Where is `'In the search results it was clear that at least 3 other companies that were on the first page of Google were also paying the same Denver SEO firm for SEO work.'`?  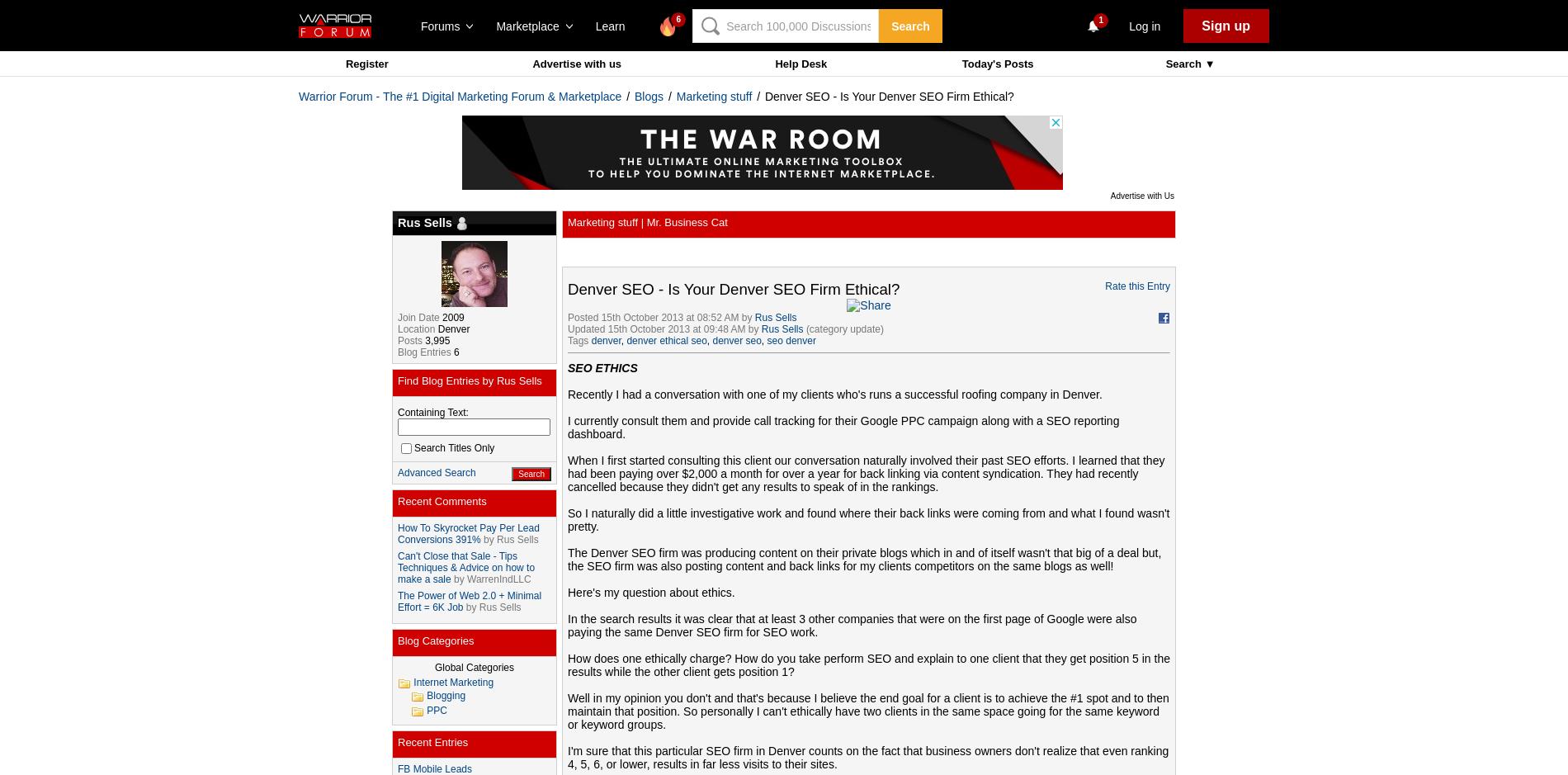 'In the search results it was clear that at least 3 other companies that were on the first page of Google were also paying the same Denver SEO firm for SEO work.' is located at coordinates (852, 625).